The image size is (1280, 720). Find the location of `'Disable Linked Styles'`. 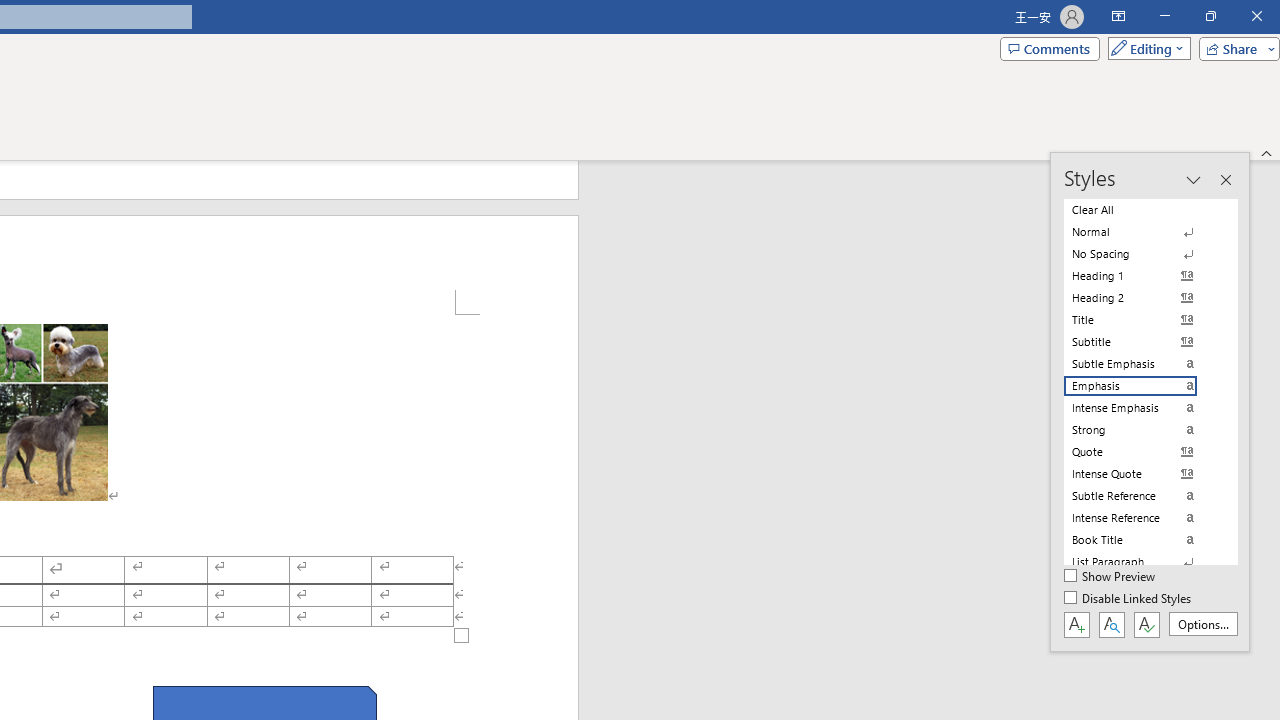

'Disable Linked Styles' is located at coordinates (1129, 598).